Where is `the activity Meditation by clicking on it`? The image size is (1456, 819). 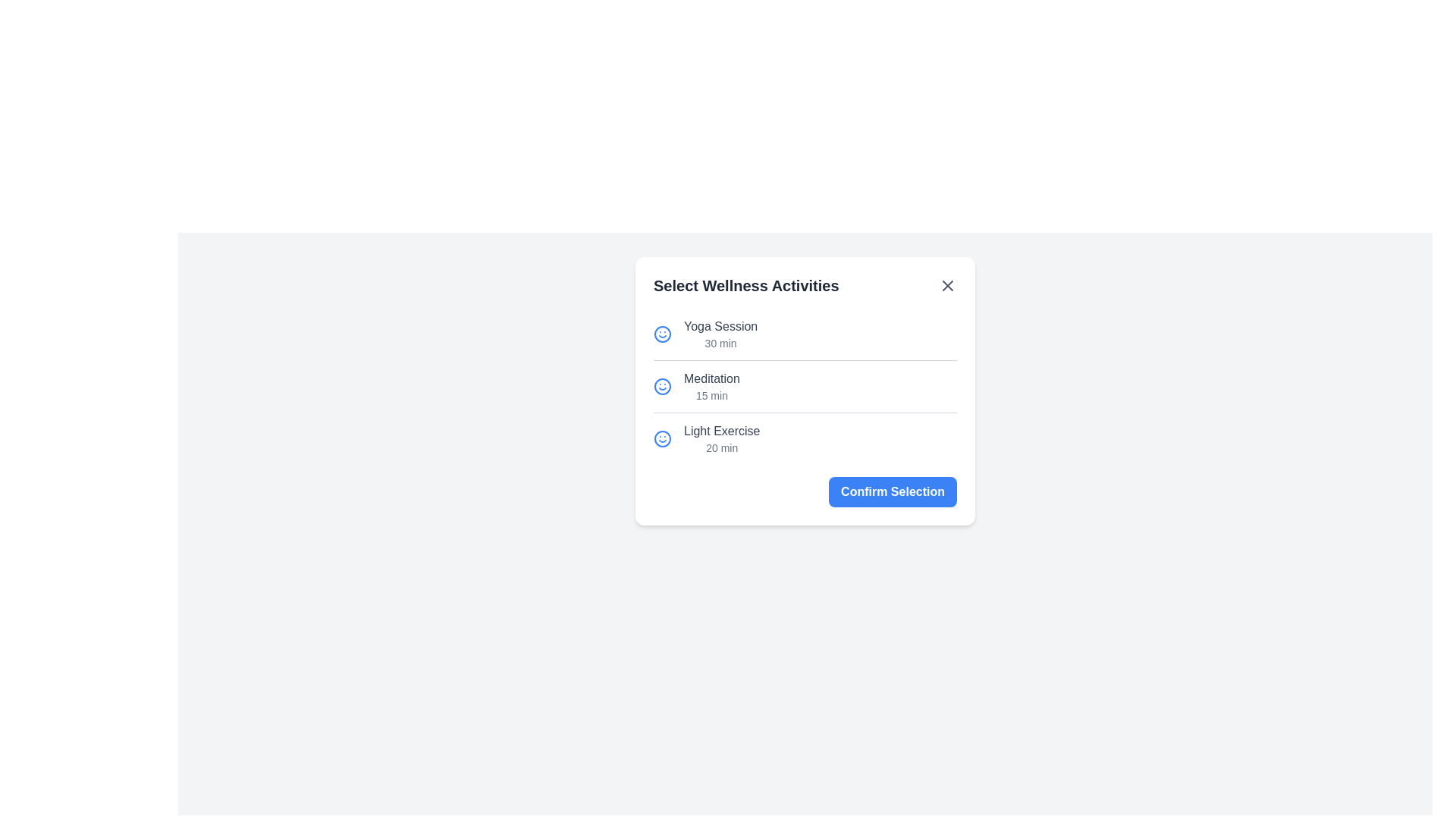 the activity Meditation by clicking on it is located at coordinates (804, 385).